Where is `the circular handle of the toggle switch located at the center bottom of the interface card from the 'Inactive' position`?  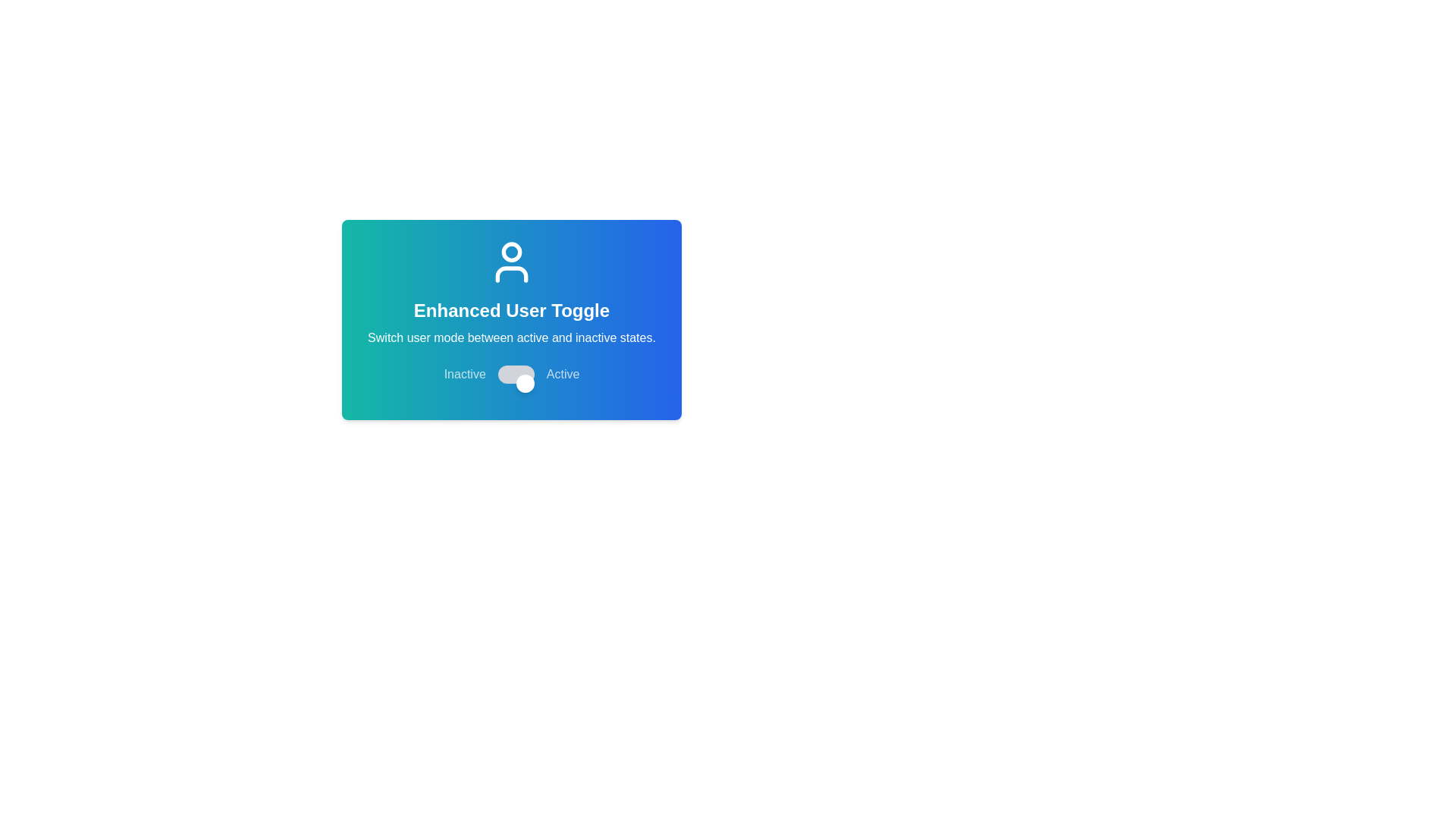
the circular handle of the toggle switch located at the center bottom of the interface card from the 'Inactive' position is located at coordinates (525, 382).